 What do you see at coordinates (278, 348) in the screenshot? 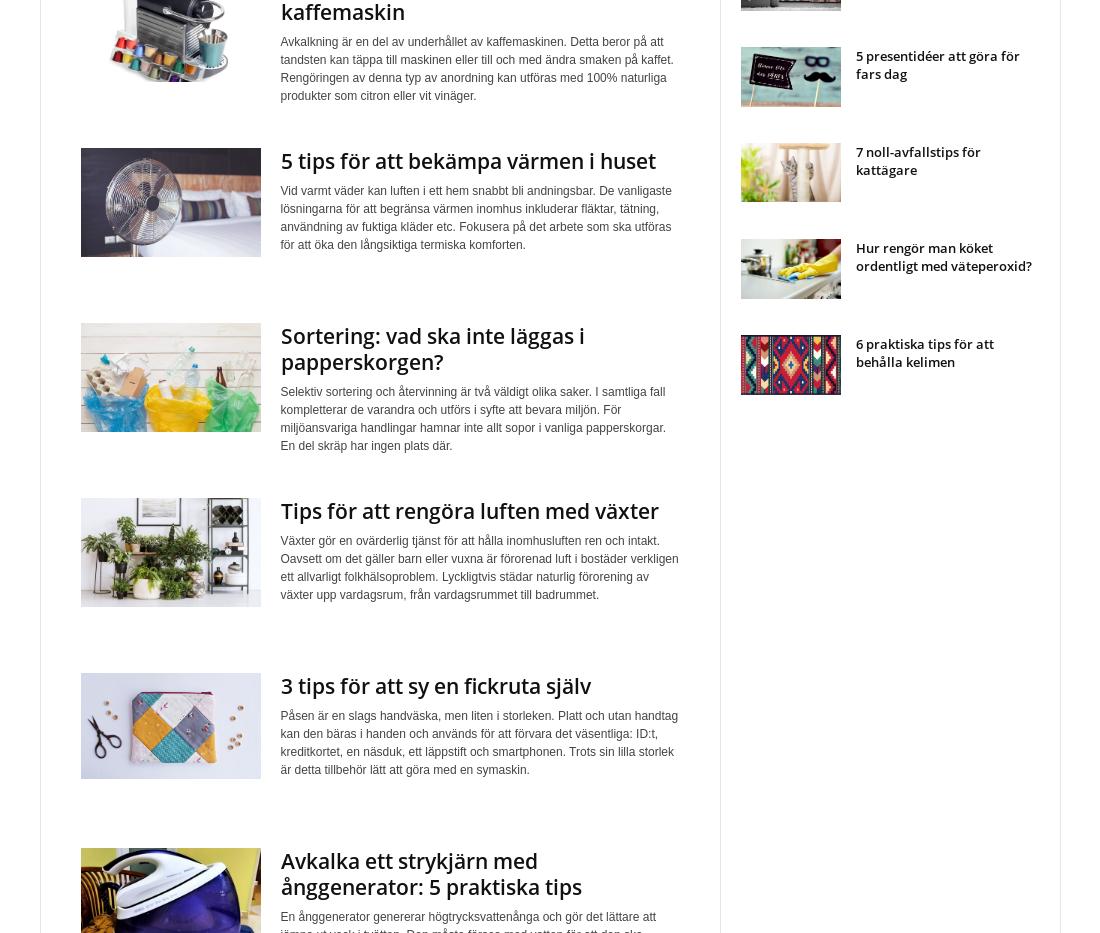
I see `'Sortering: vad ska inte läggas i papperskorgen?'` at bounding box center [278, 348].